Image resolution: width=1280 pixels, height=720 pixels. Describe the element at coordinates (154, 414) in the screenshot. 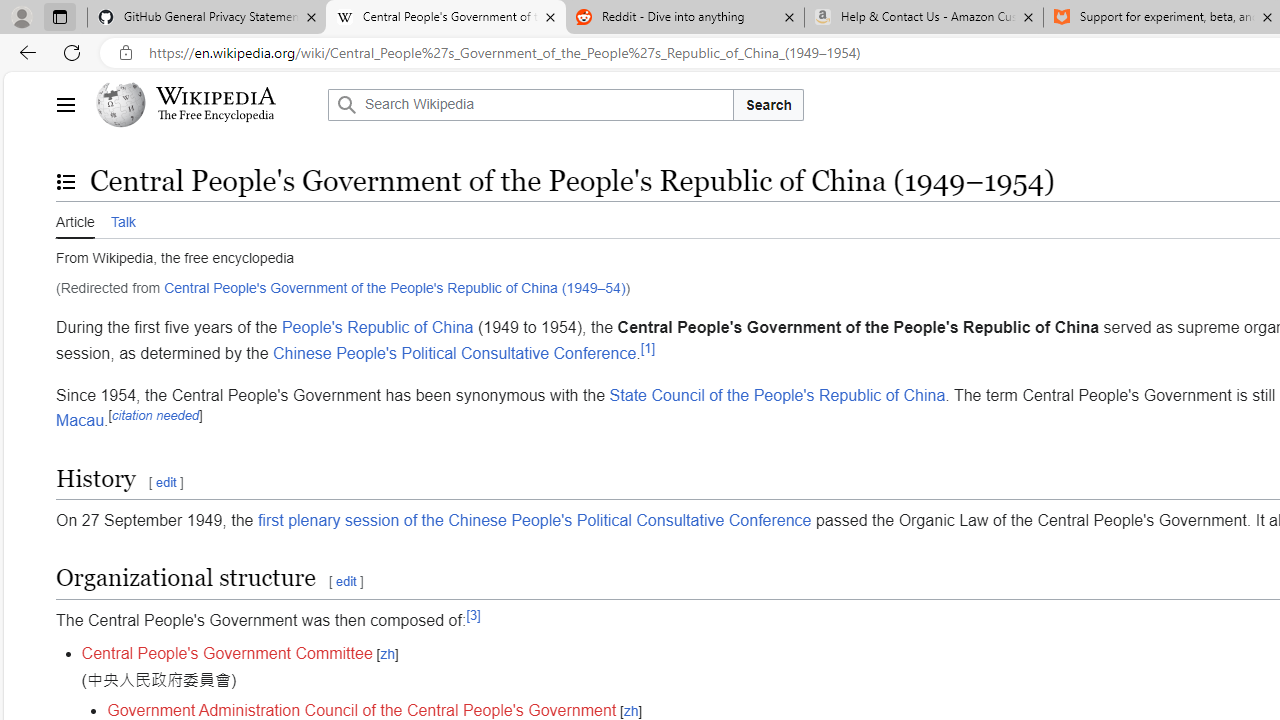

I see `'citation needed'` at that location.